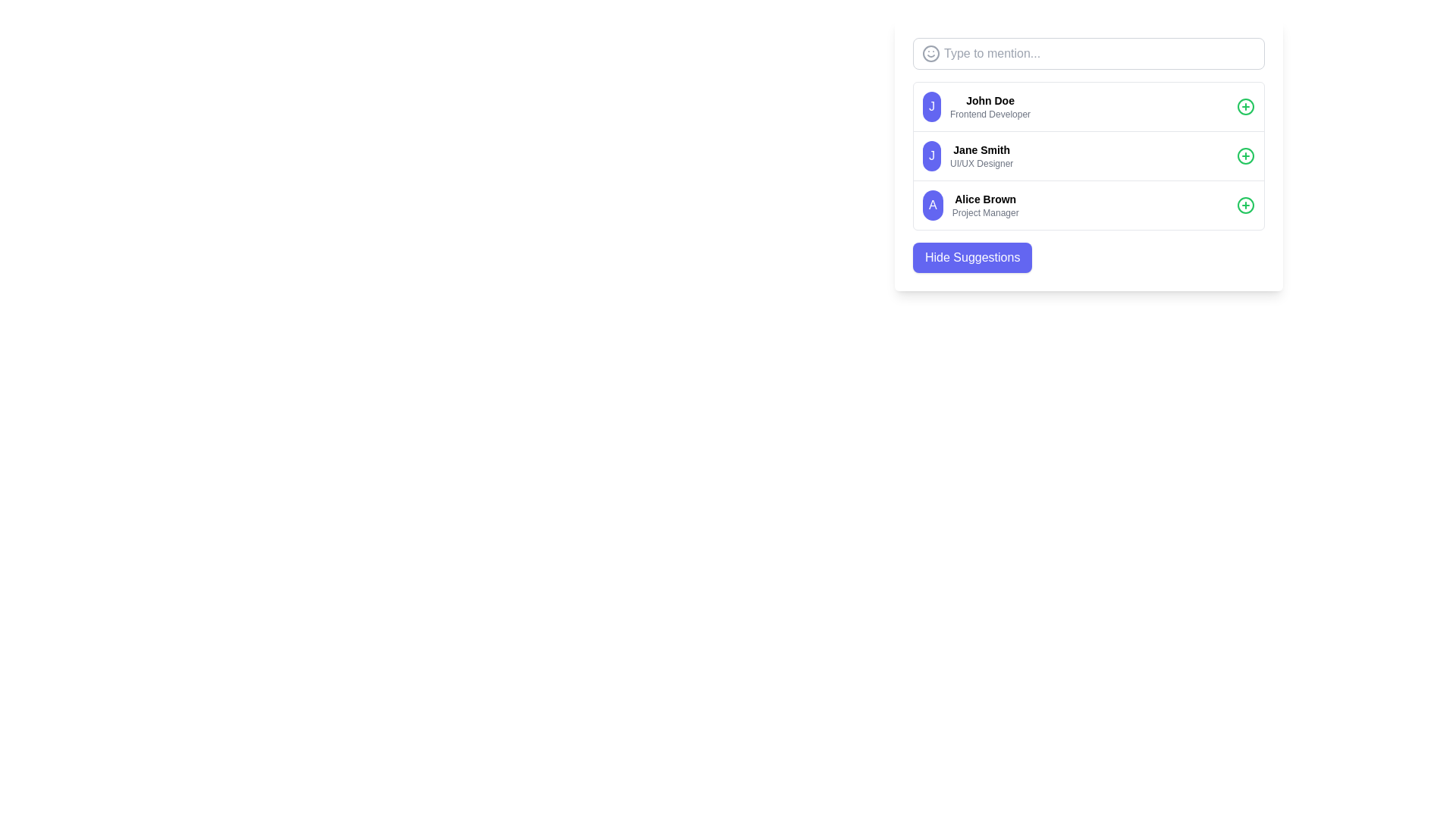  What do you see at coordinates (930, 52) in the screenshot?
I see `the decorative icon located on the left side of the text input field labeled 'Type to mention...' within the interactive menu, which serves as a leading design component` at bounding box center [930, 52].